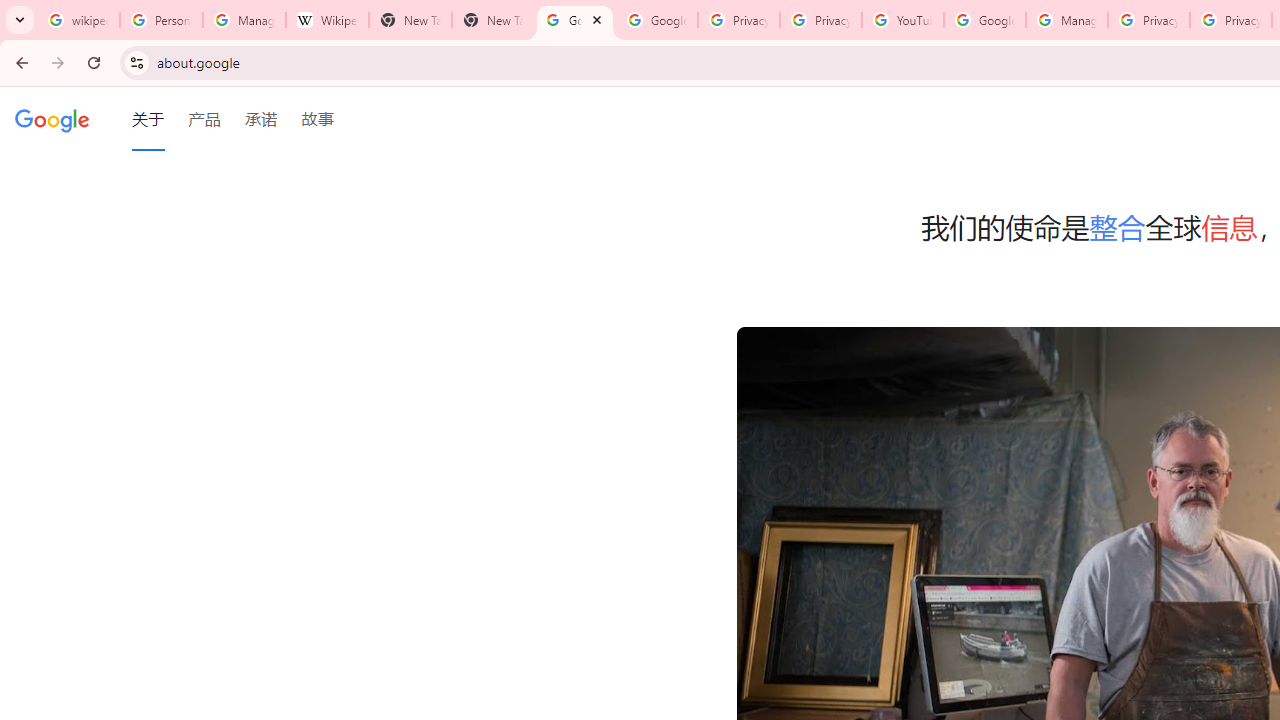 This screenshot has height=720, width=1280. Describe the element at coordinates (243, 20) in the screenshot. I see `'Manage your Location History - Google Search Help'` at that location.